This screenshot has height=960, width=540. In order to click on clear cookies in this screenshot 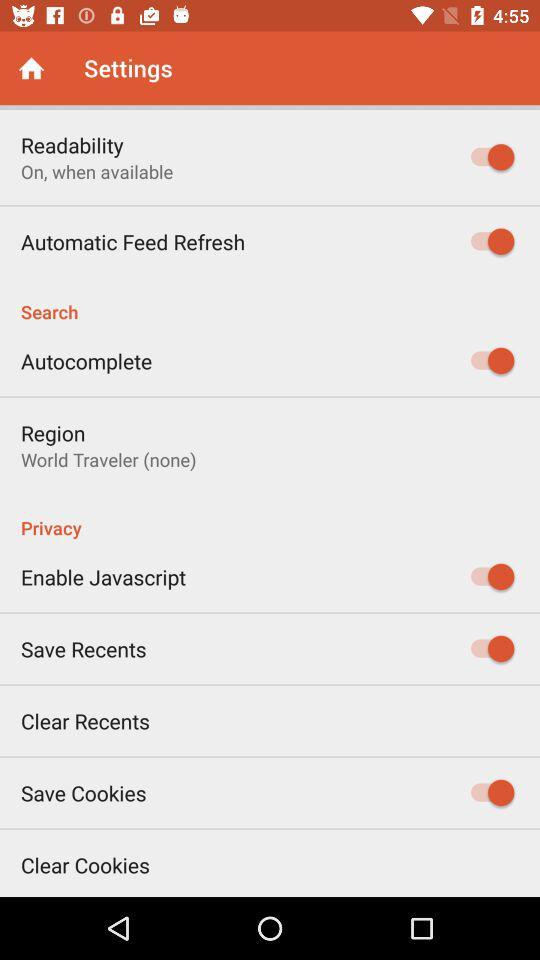, I will do `click(84, 864)`.